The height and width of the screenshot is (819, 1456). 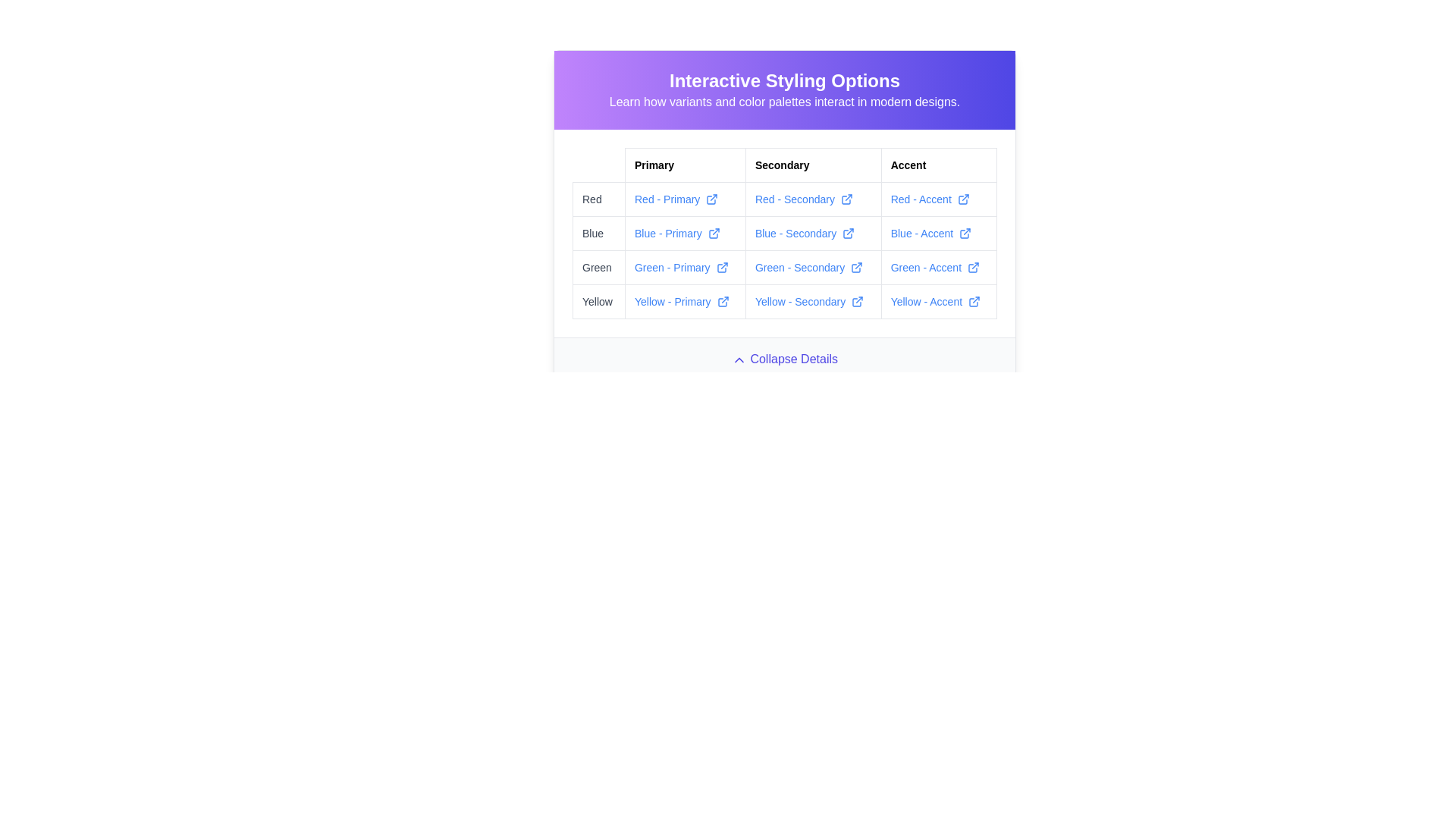 I want to click on the external link indicator icon located at the right end of the 'Yellow - Accent' link in the fourth row and third column of the table, so click(x=974, y=301).